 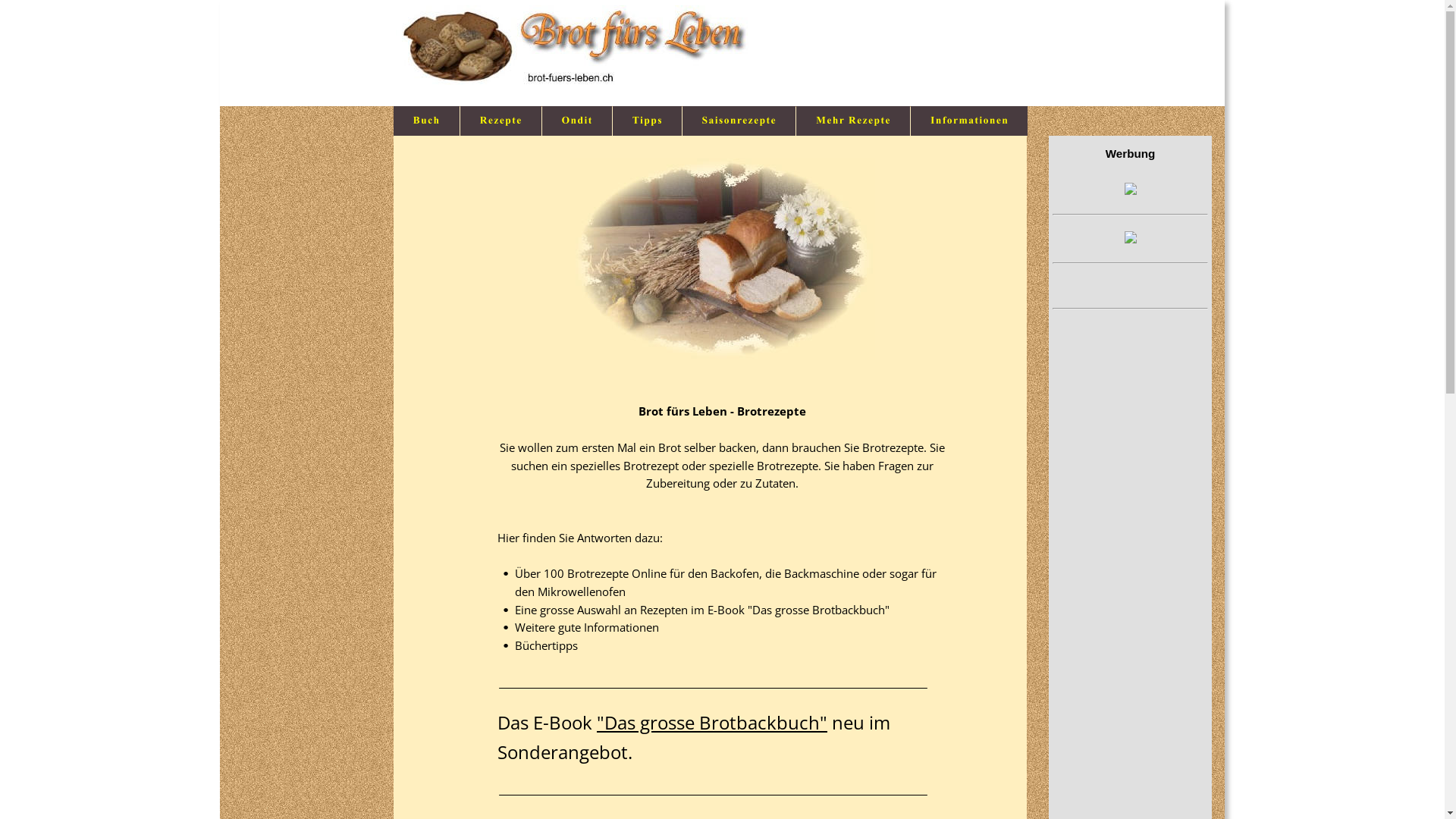 What do you see at coordinates (711, 721) in the screenshot?
I see `'"Das grosse Brotbackbuch"'` at bounding box center [711, 721].